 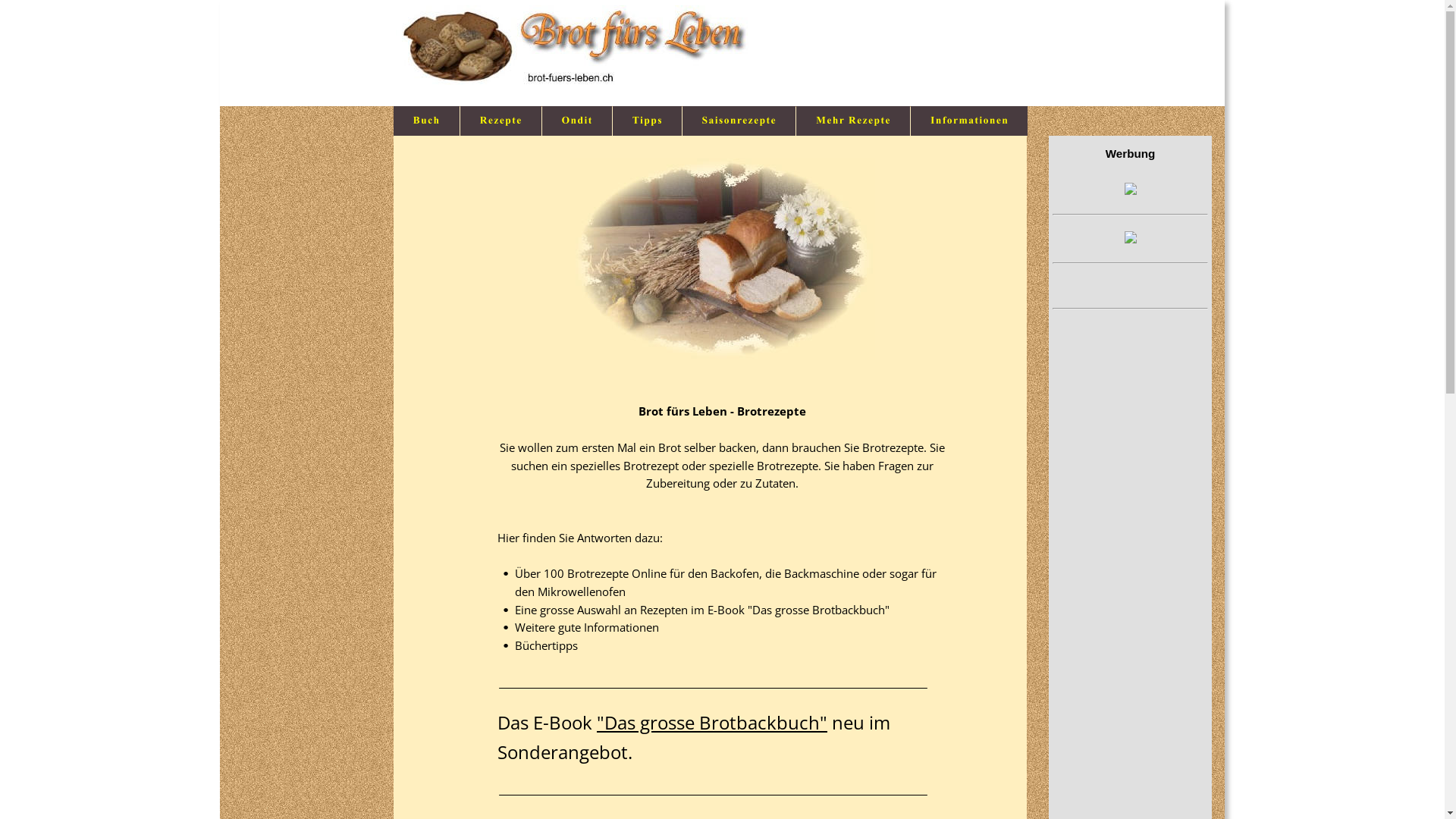 What do you see at coordinates (711, 721) in the screenshot?
I see `'"Das grosse Brotbackbuch"'` at bounding box center [711, 721].